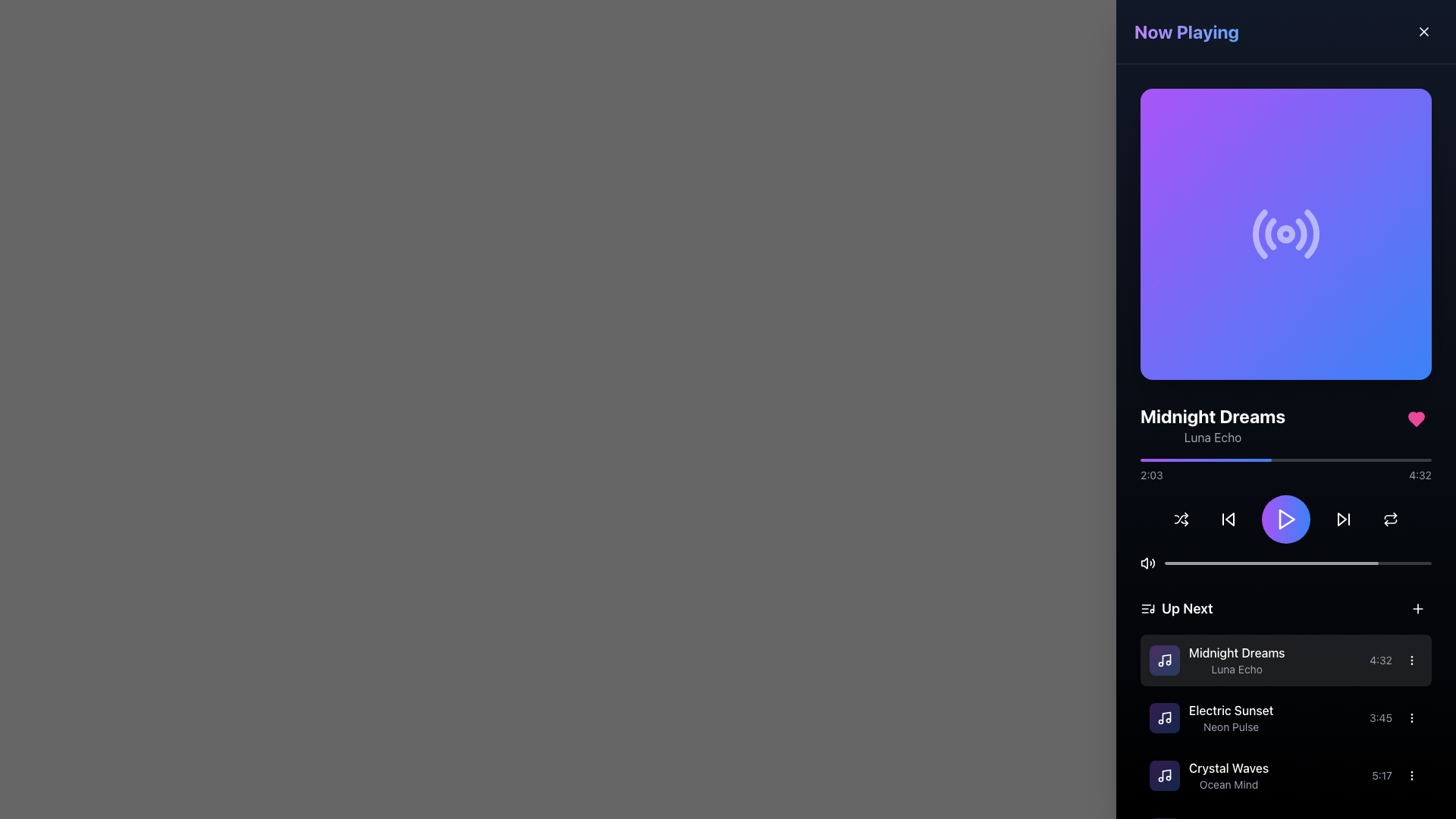 This screenshot has height=819, width=1456. Describe the element at coordinates (1181, 519) in the screenshot. I see `the shuffle mode button located at the first position in the control row of the media player` at that location.